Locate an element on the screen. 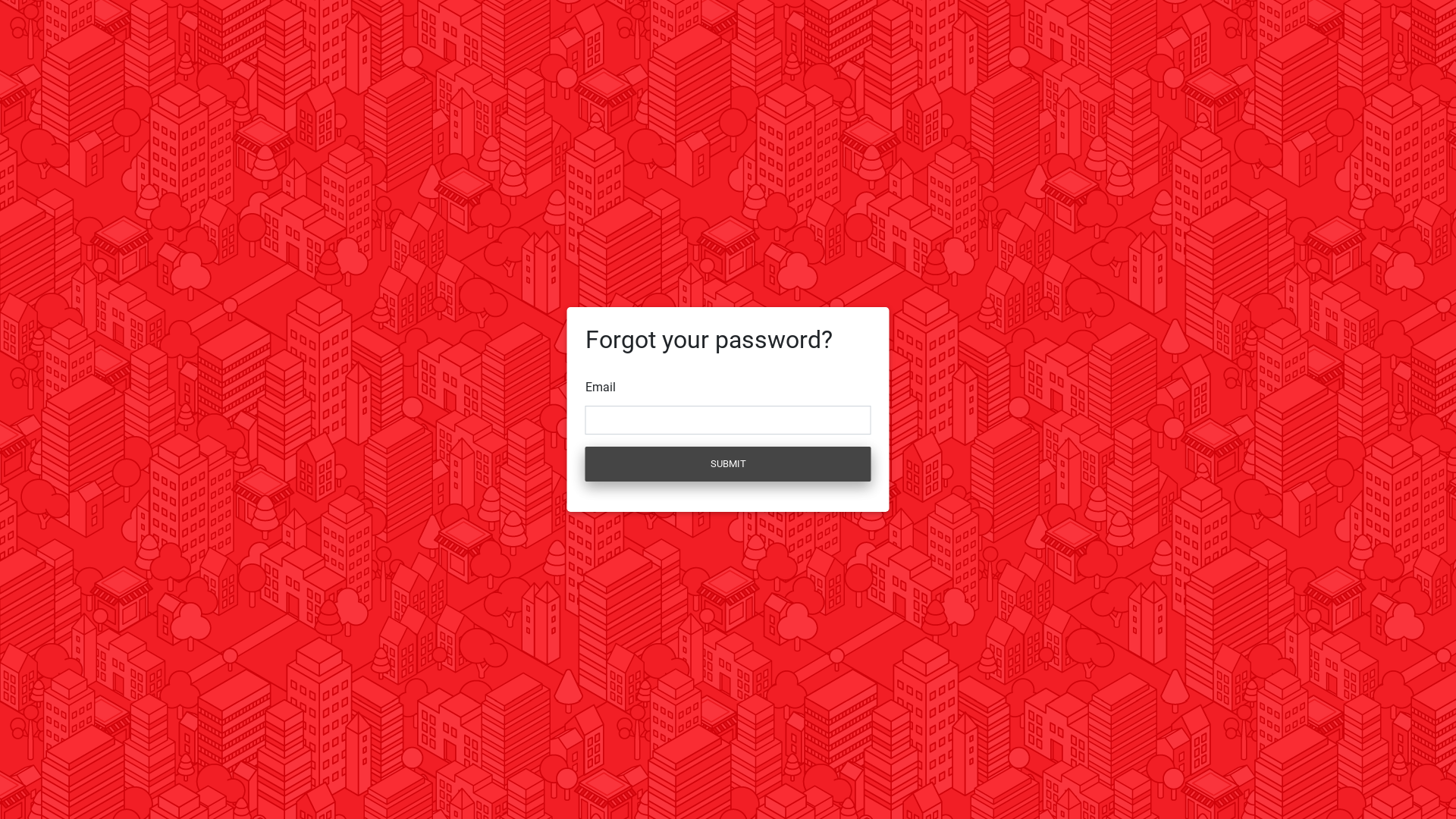 The image size is (1456, 819). 'SUBMIT' is located at coordinates (728, 463).